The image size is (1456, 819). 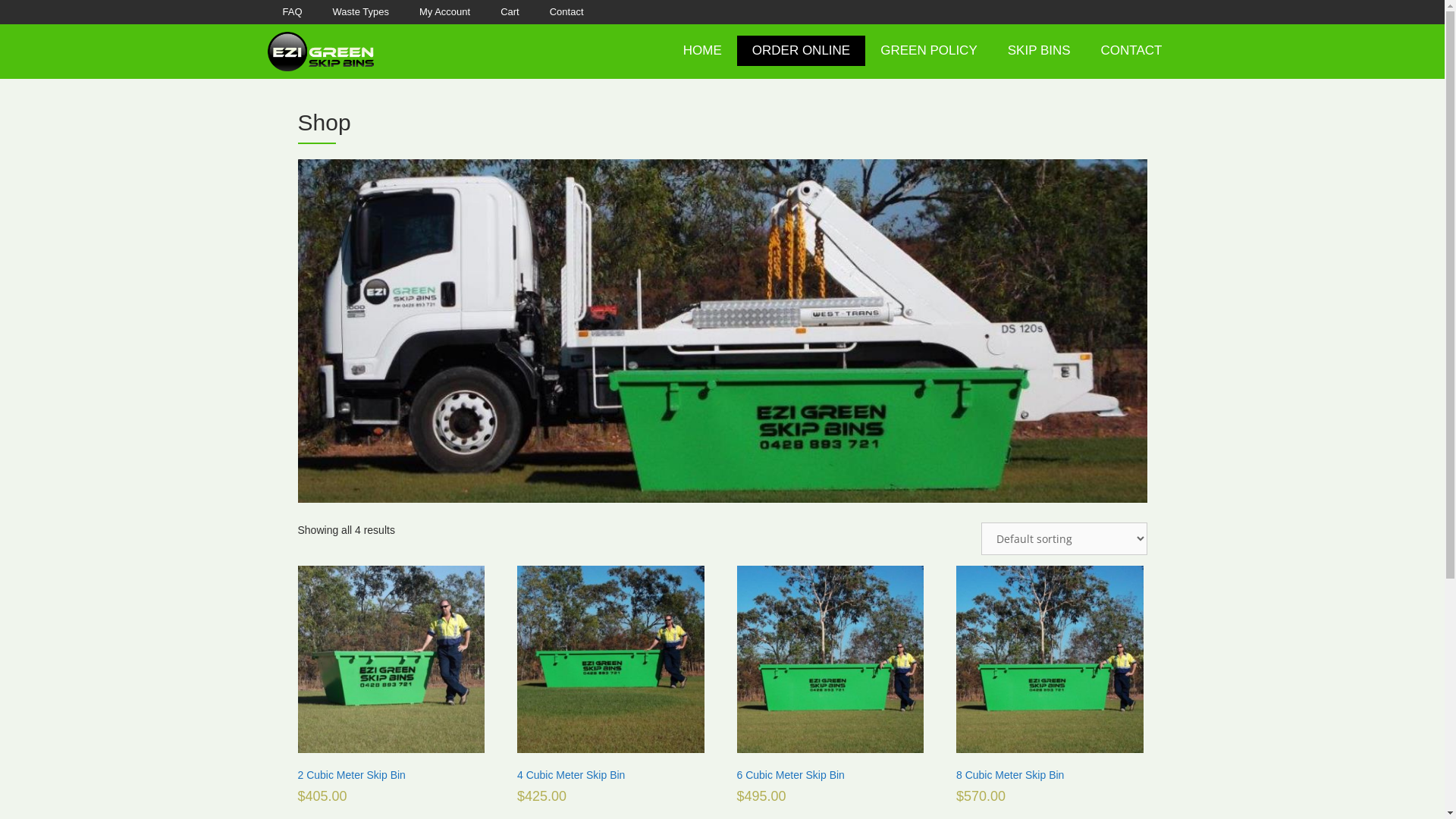 What do you see at coordinates (359, 11) in the screenshot?
I see `'Waste Types'` at bounding box center [359, 11].